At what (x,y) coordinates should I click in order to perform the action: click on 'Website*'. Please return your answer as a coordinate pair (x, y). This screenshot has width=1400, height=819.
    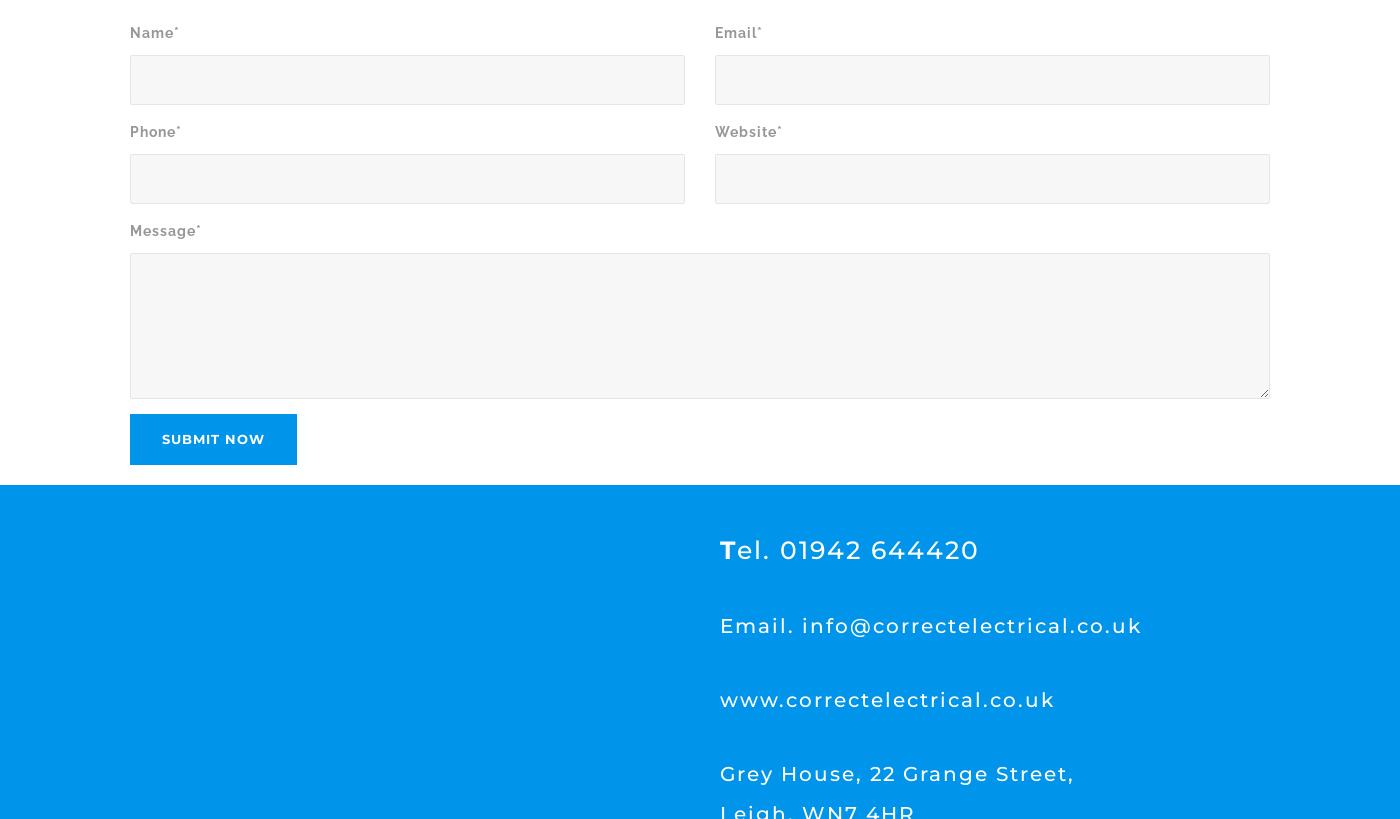
    Looking at the image, I should click on (749, 131).